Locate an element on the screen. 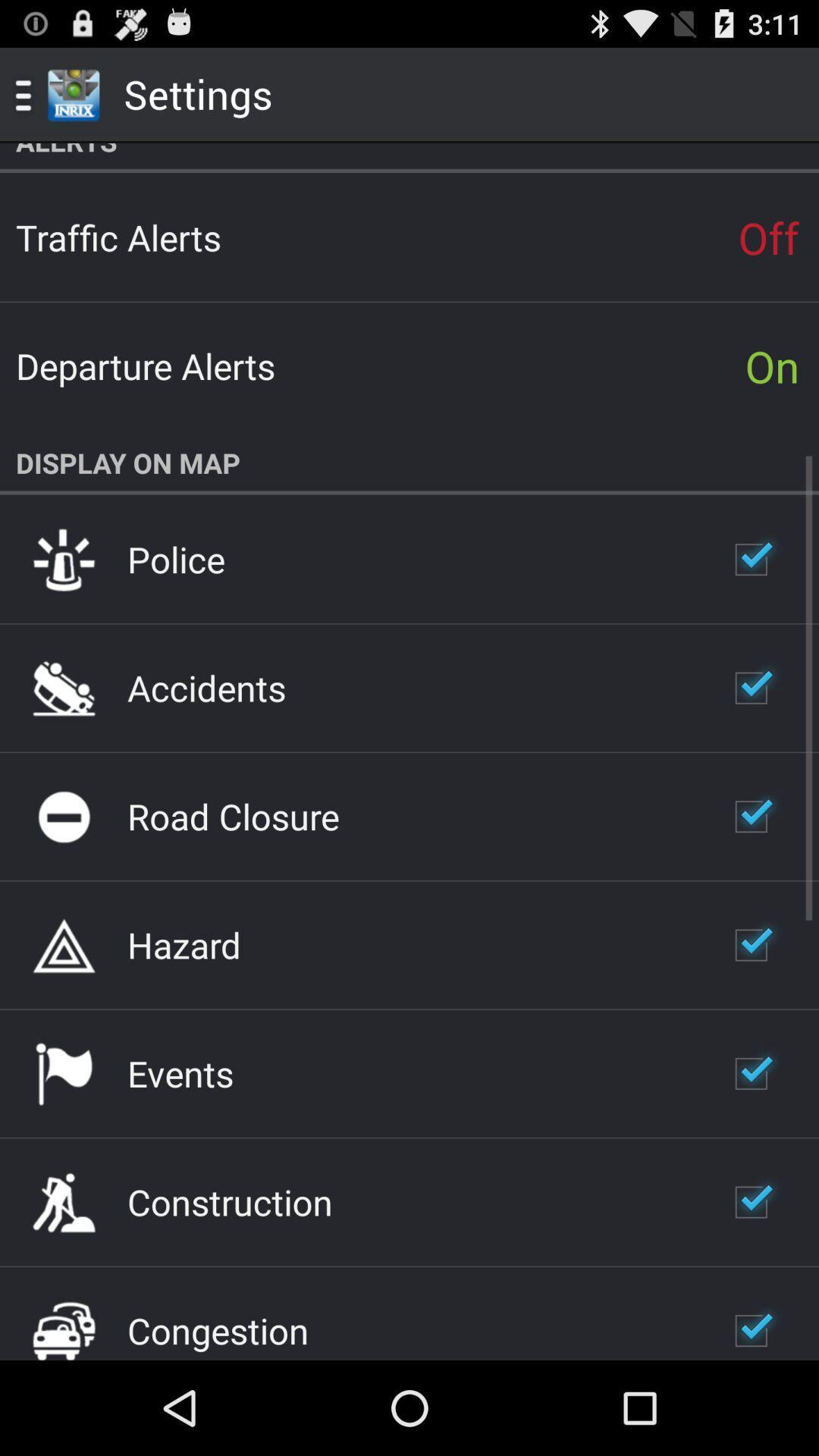 The height and width of the screenshot is (1456, 819). events app is located at coordinates (180, 1072).